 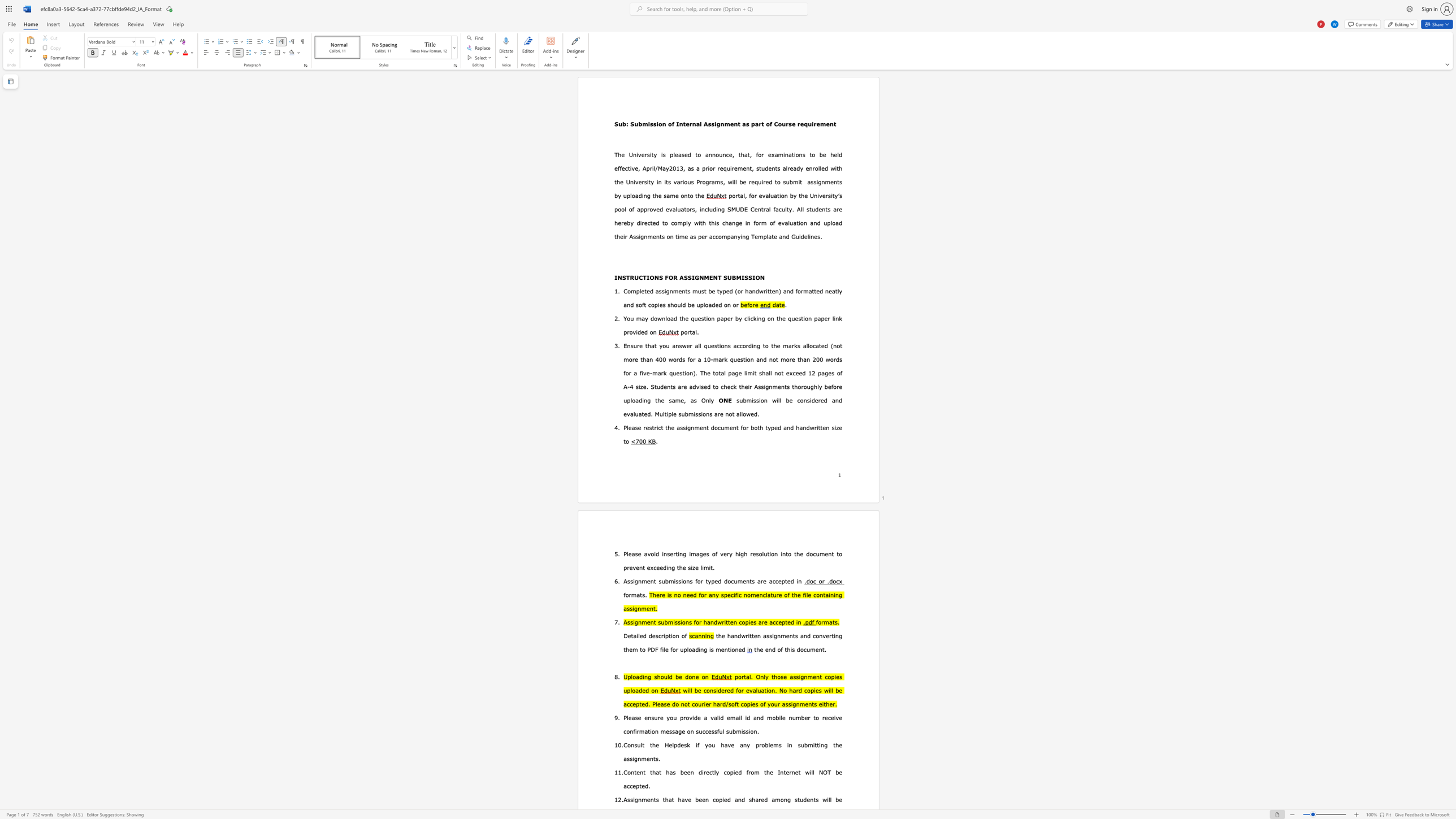 I want to click on the subset text "n)" within the text "(or handwritten)", so click(x=775, y=291).